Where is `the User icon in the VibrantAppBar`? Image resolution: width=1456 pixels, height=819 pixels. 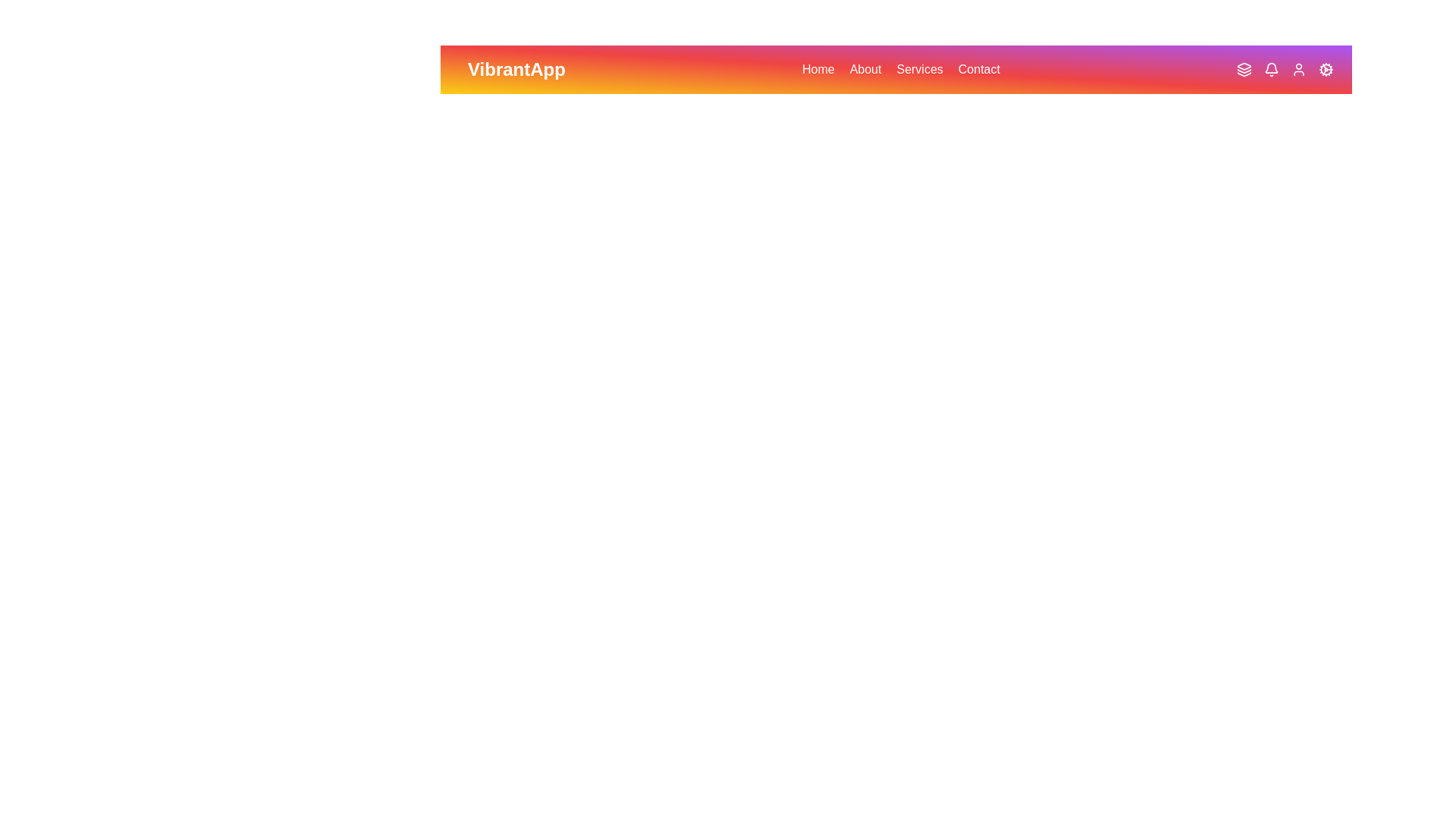
the User icon in the VibrantAppBar is located at coordinates (1298, 70).